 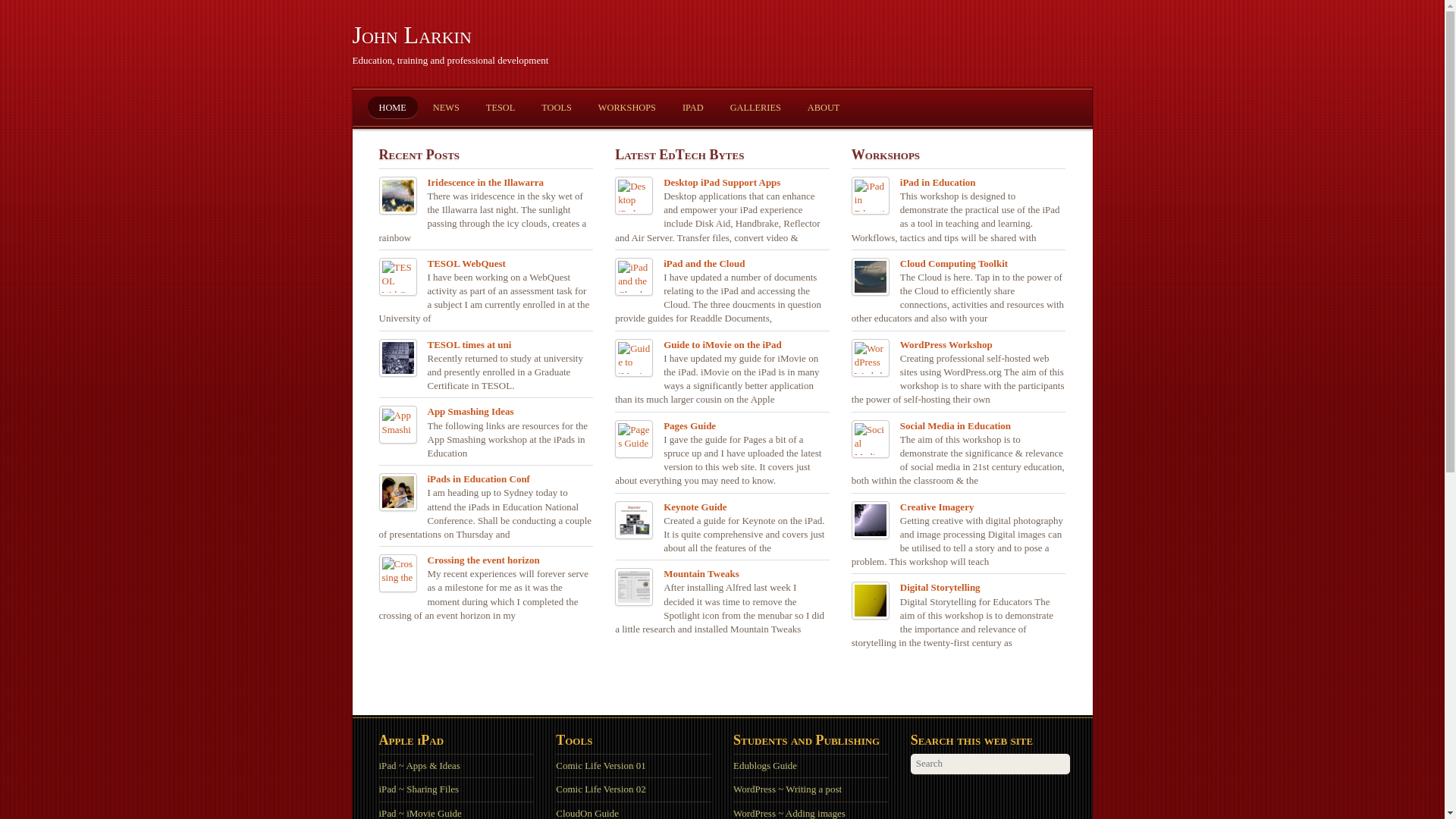 I want to click on 'Digital Storytelling', so click(x=939, y=587).